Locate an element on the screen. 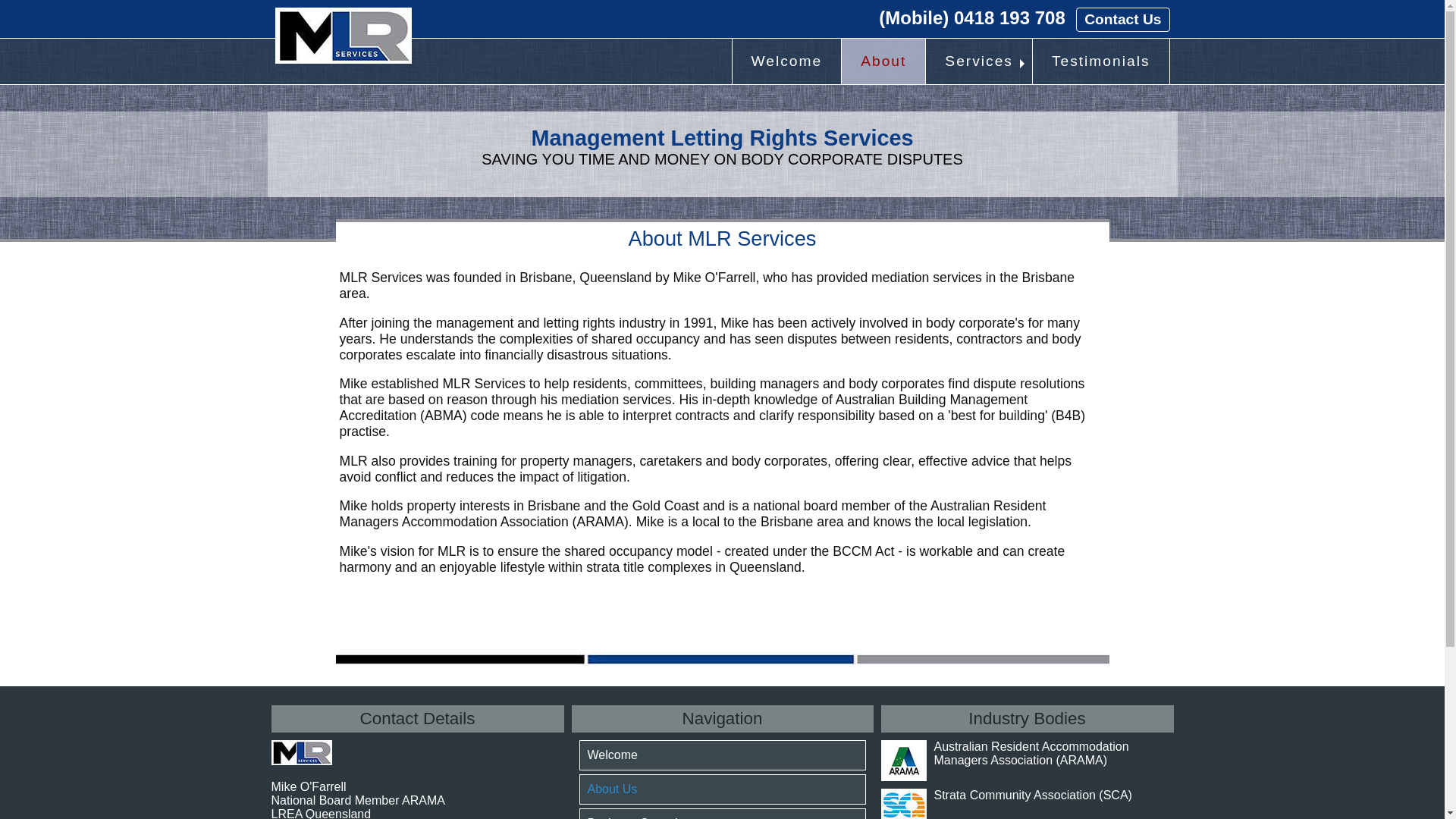  'MLRS Logo' is located at coordinates (341, 34).